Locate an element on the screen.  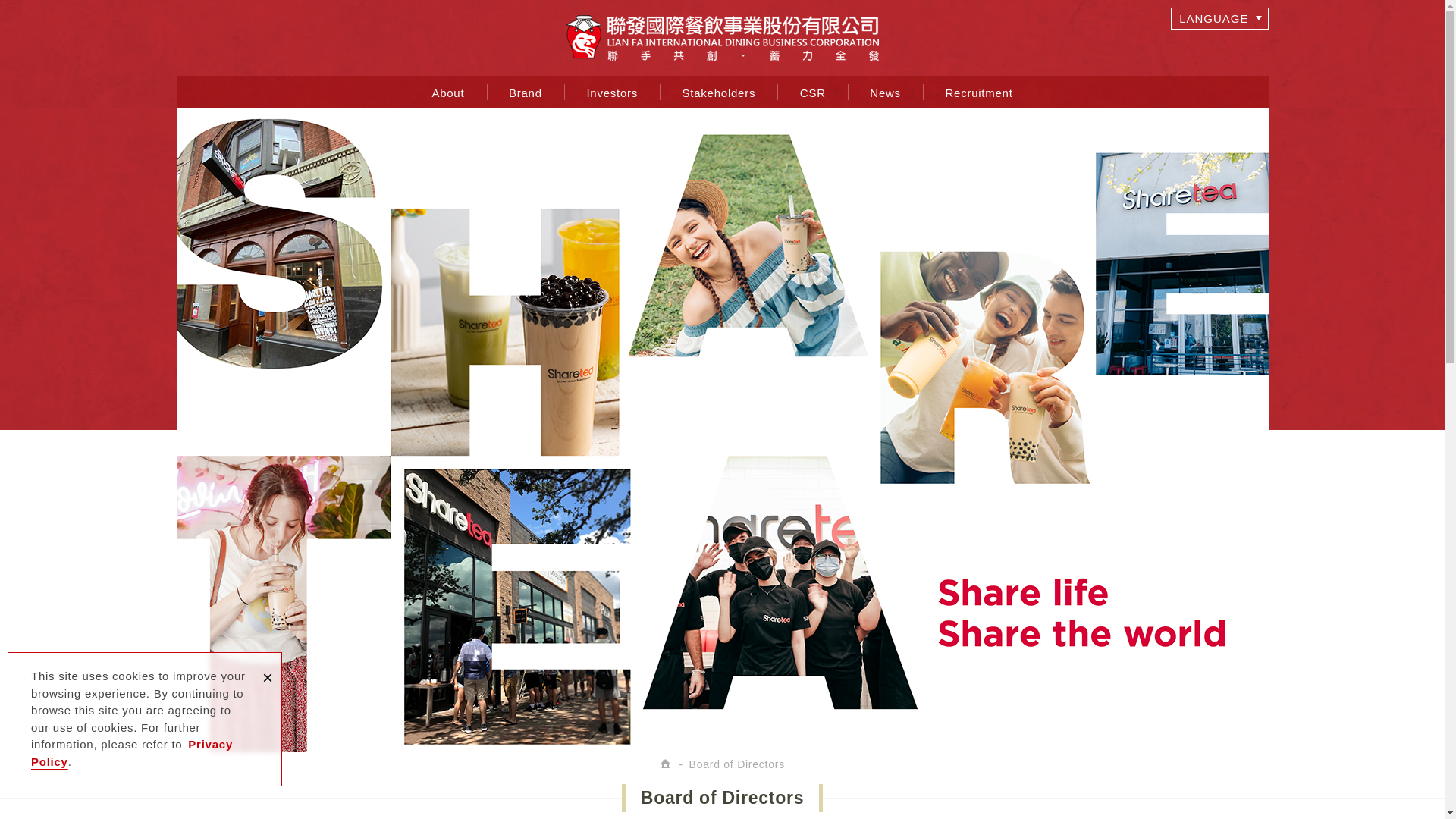
'Recruitment' is located at coordinates (979, 91).